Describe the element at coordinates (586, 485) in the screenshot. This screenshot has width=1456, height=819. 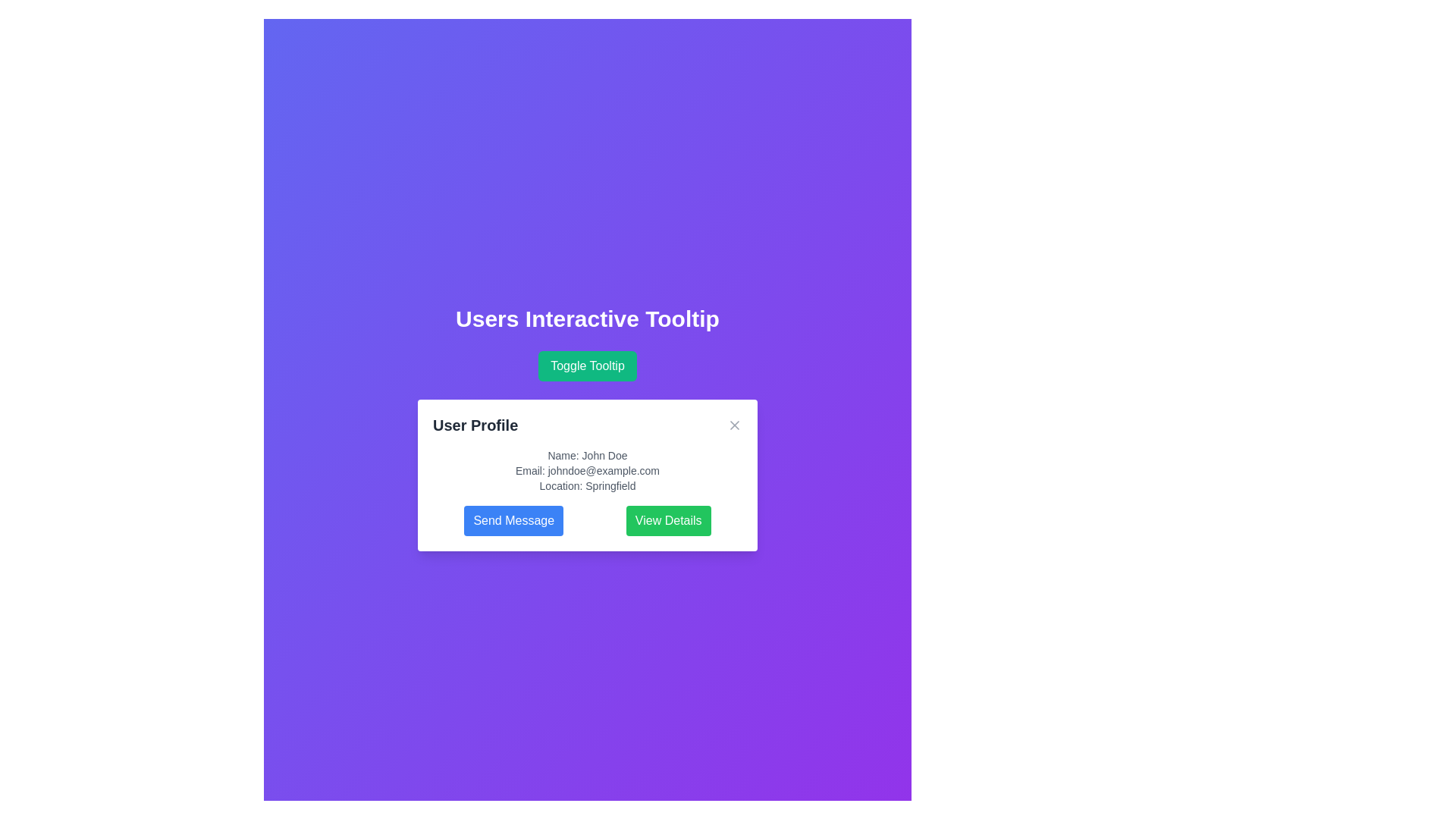
I see `the static text label displaying 'Location: Springfield', which is styled in a subtle gray font and positioned below the email address in the user profile card` at that location.